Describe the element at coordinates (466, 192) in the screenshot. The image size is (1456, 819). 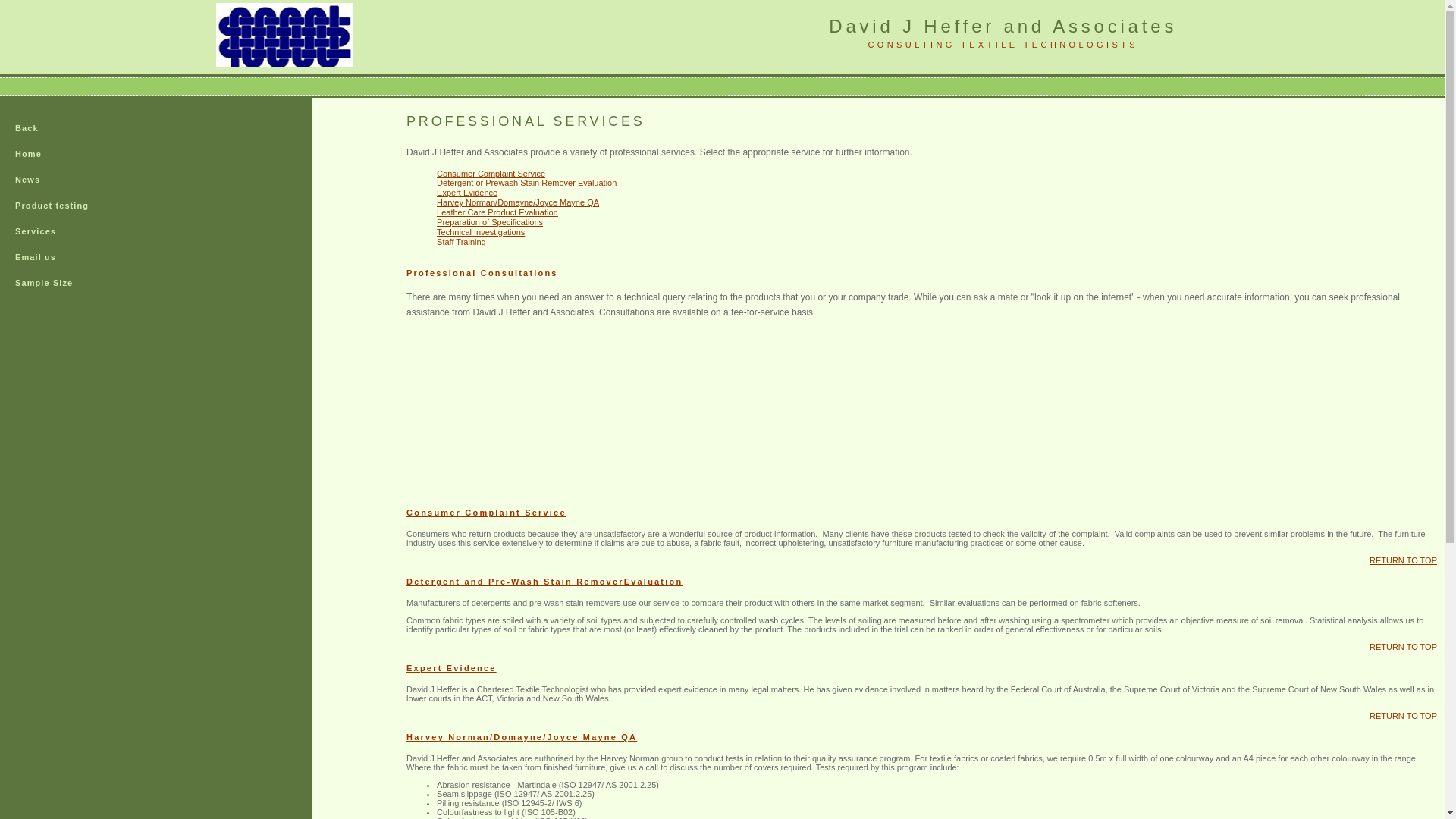
I see `'Expert Evidence'` at that location.